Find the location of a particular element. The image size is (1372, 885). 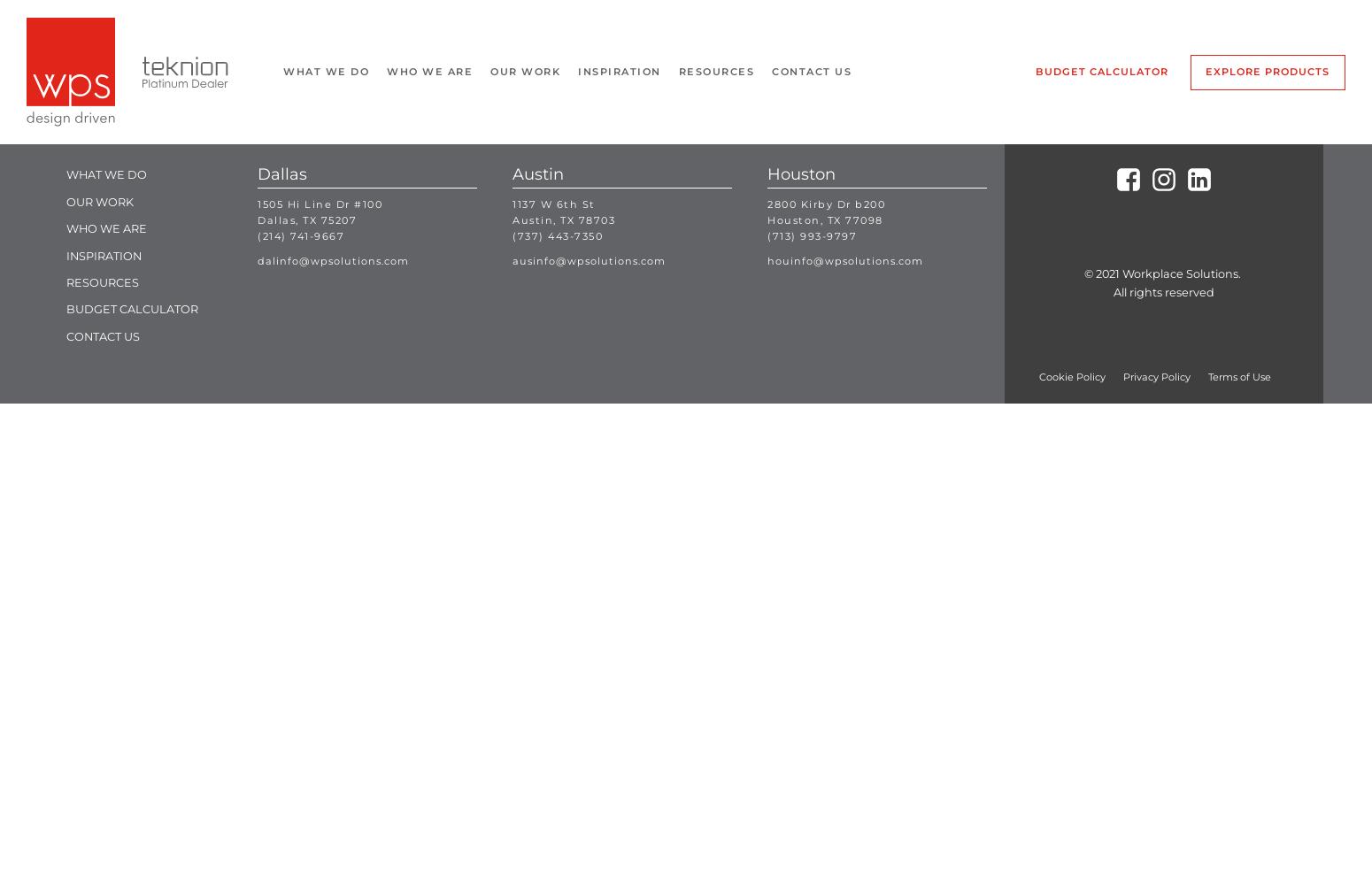

'(713) 993-9797' is located at coordinates (812, 235).